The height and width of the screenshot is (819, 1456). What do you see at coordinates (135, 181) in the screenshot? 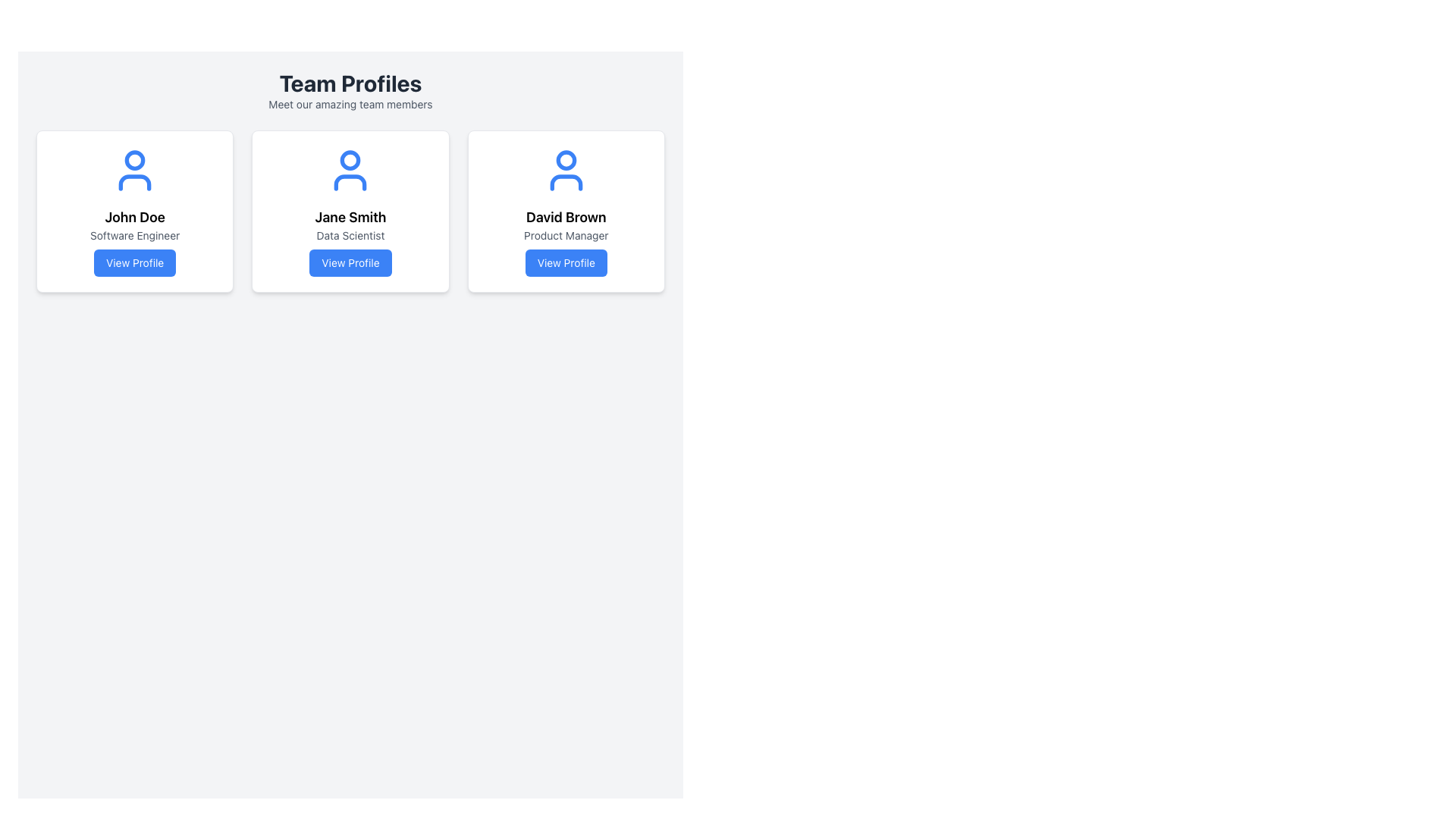
I see `the decorative vector graphic component representing the shoulders and upper body of the user icon for 'John Doe, Software Engineer' located in the first profile card at the top-center of the page` at bounding box center [135, 181].